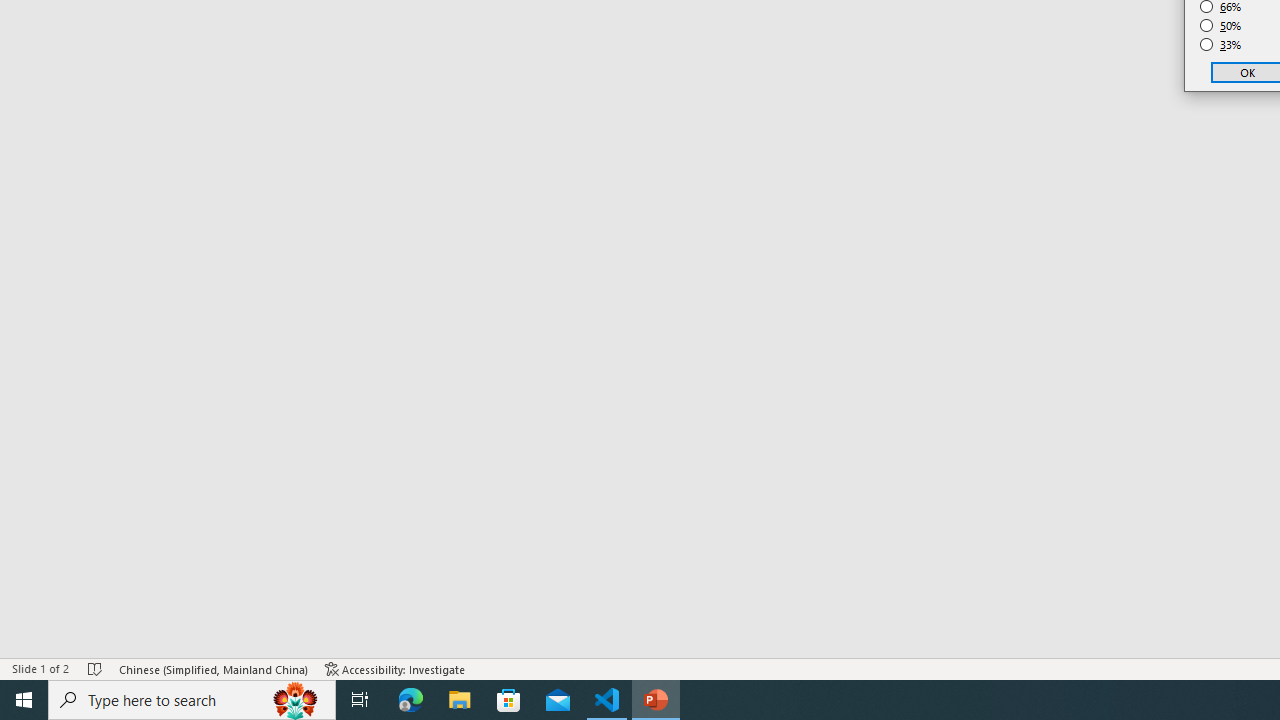 Image resolution: width=1280 pixels, height=720 pixels. I want to click on 'Search highlights icon opens search home window', so click(294, 698).